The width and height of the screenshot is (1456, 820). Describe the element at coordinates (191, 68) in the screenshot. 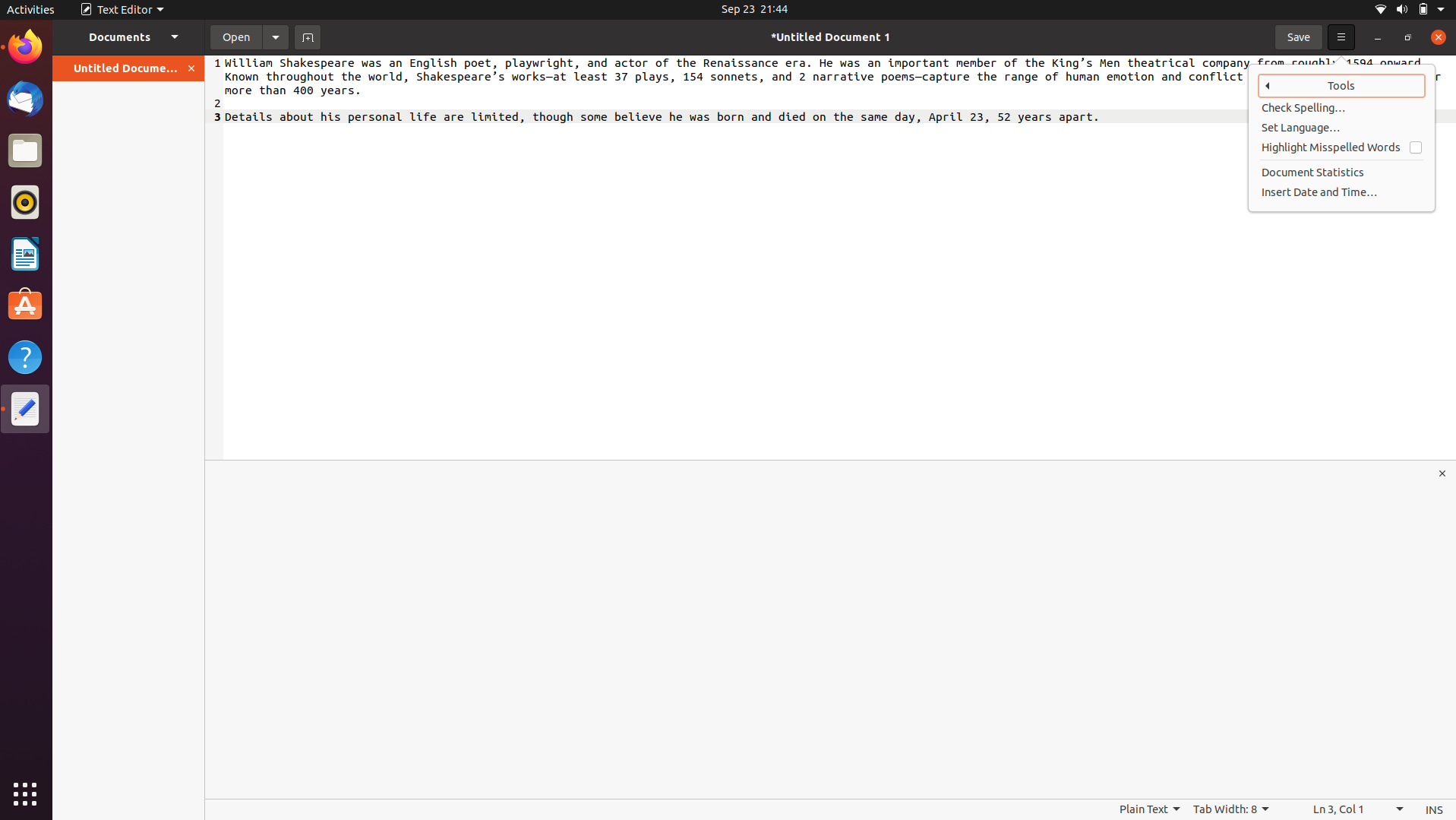

I see `Use the orange button on the left panel to shut the document` at that location.